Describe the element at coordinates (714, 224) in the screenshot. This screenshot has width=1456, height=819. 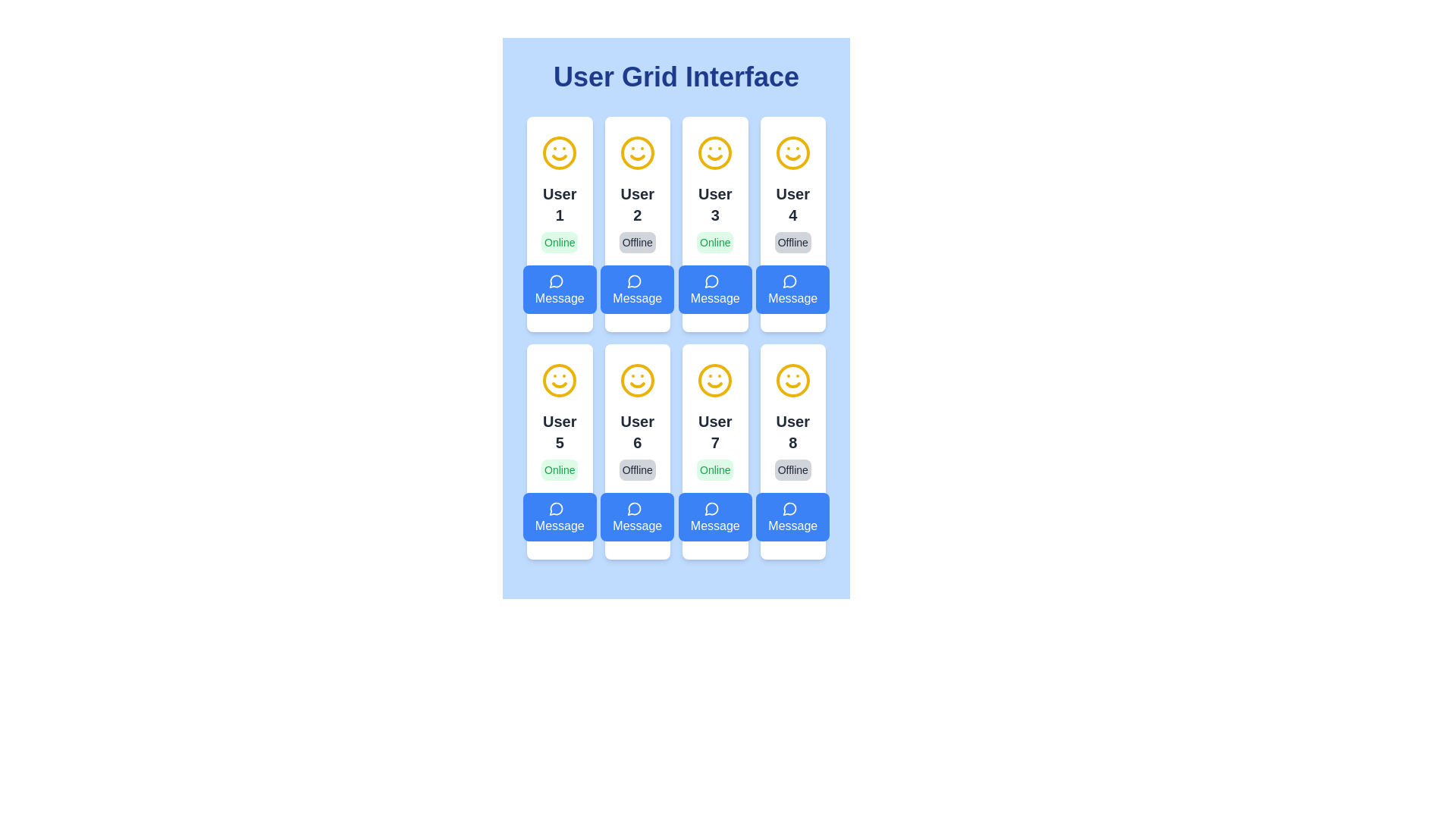
I see `the User Profile Card displaying 'User 3' with an 'Online' status badge and a 'Message' button at the bottom` at that location.